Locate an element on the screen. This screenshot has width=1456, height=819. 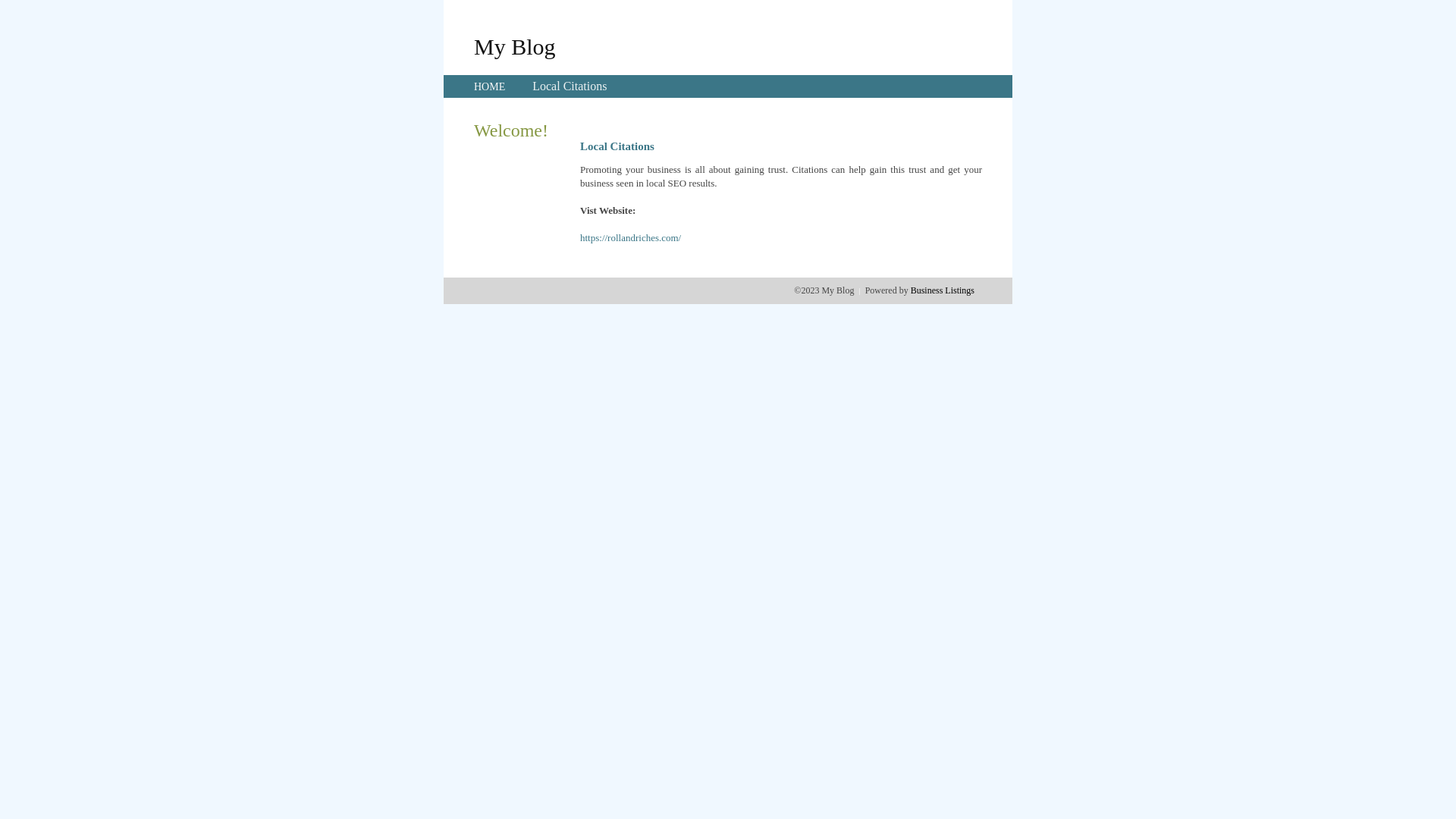
'My Blog' is located at coordinates (514, 45).